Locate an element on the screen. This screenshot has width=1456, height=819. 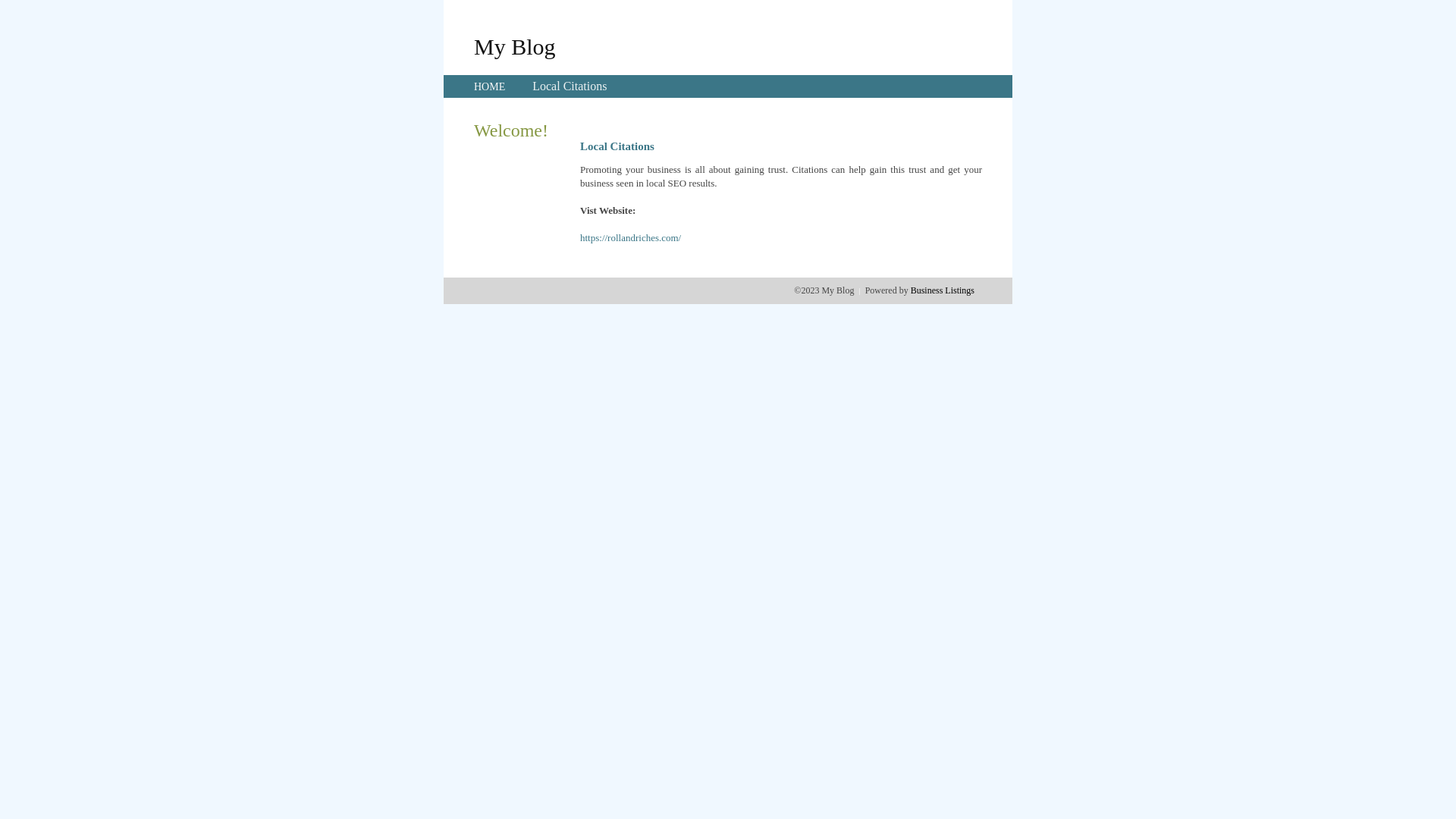
'My Blog' is located at coordinates (514, 45).